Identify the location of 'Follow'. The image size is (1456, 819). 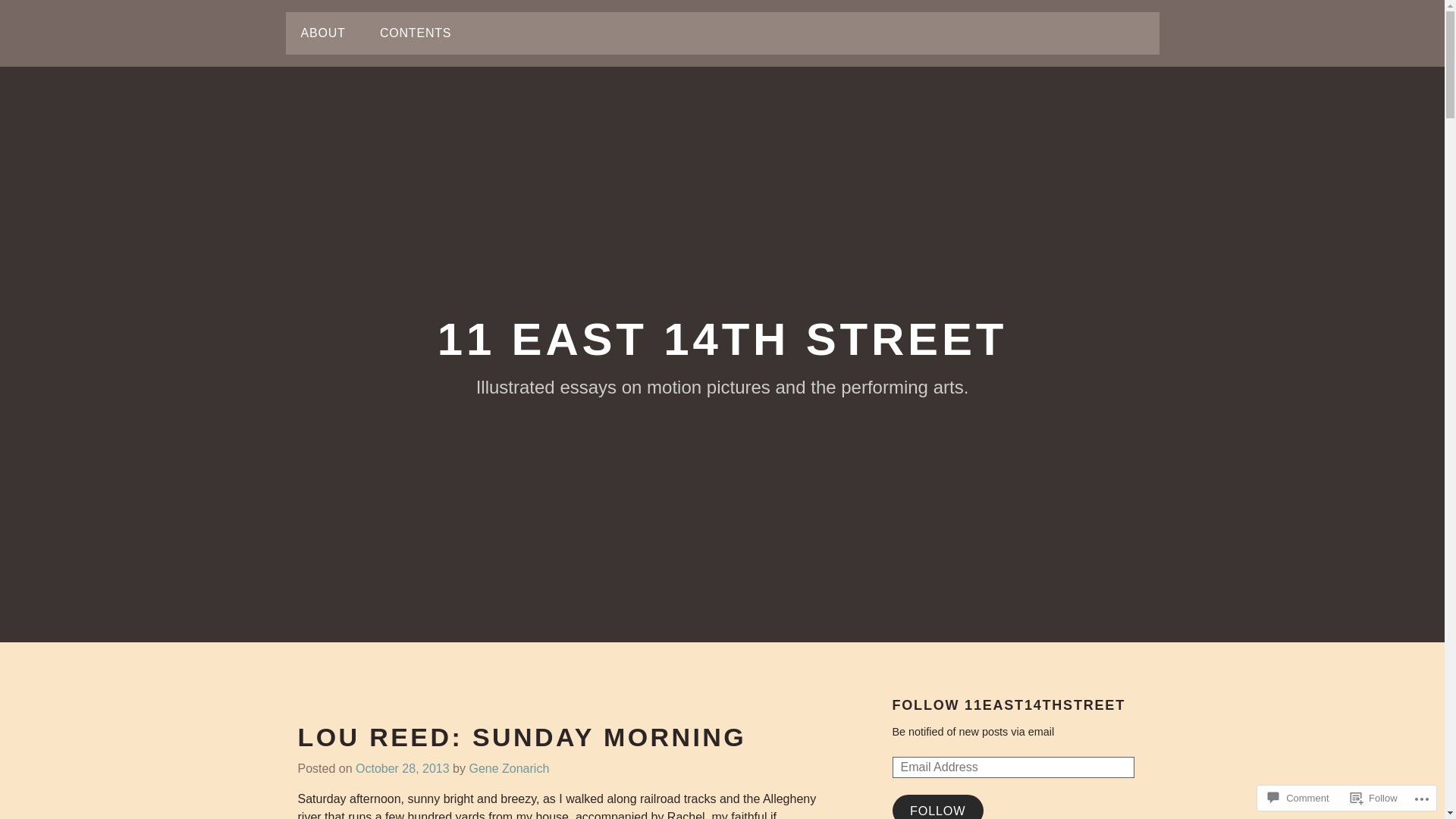
(1344, 797).